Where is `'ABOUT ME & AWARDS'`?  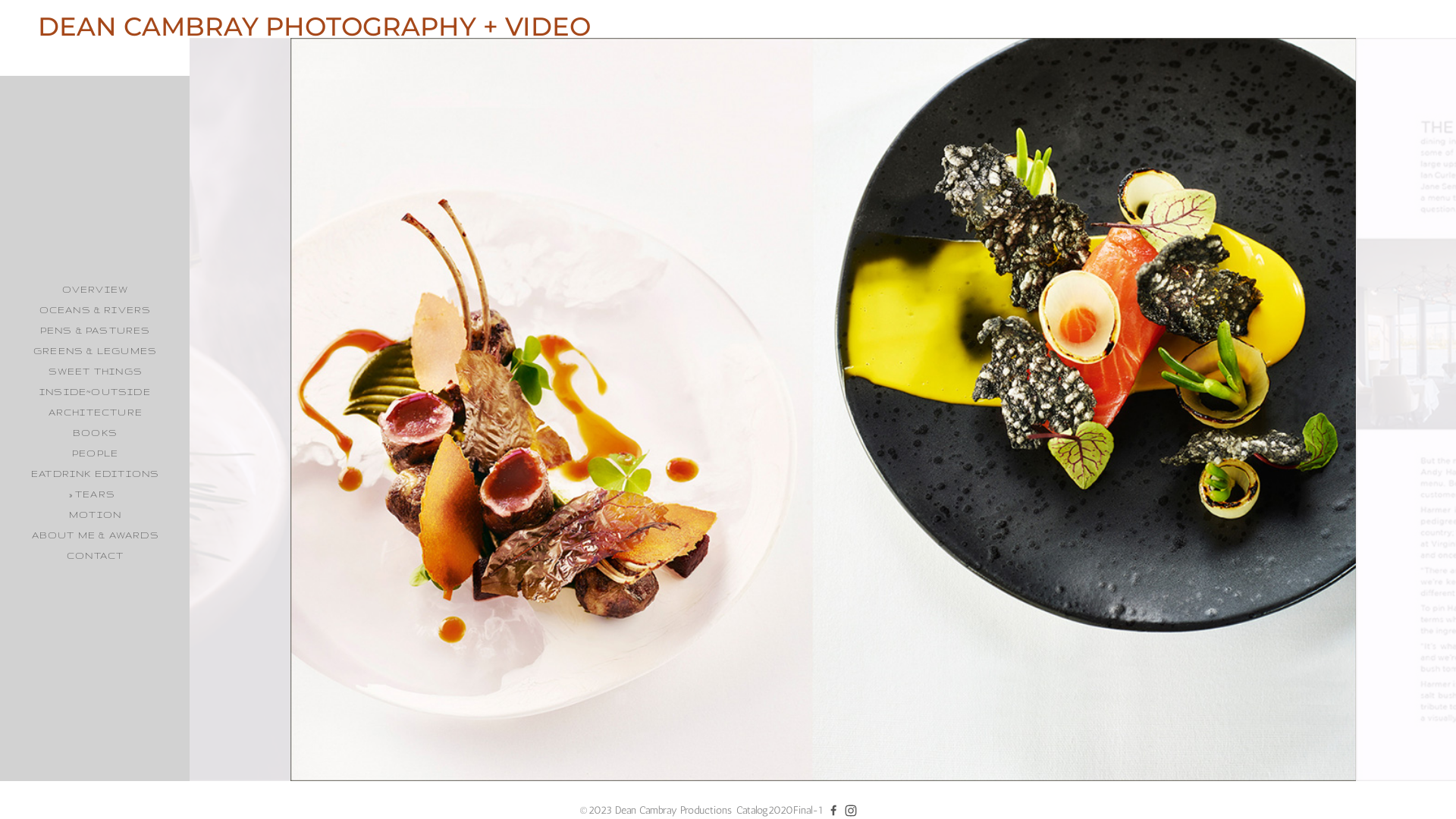 'ABOUT ME & AWARDS' is located at coordinates (94, 534).